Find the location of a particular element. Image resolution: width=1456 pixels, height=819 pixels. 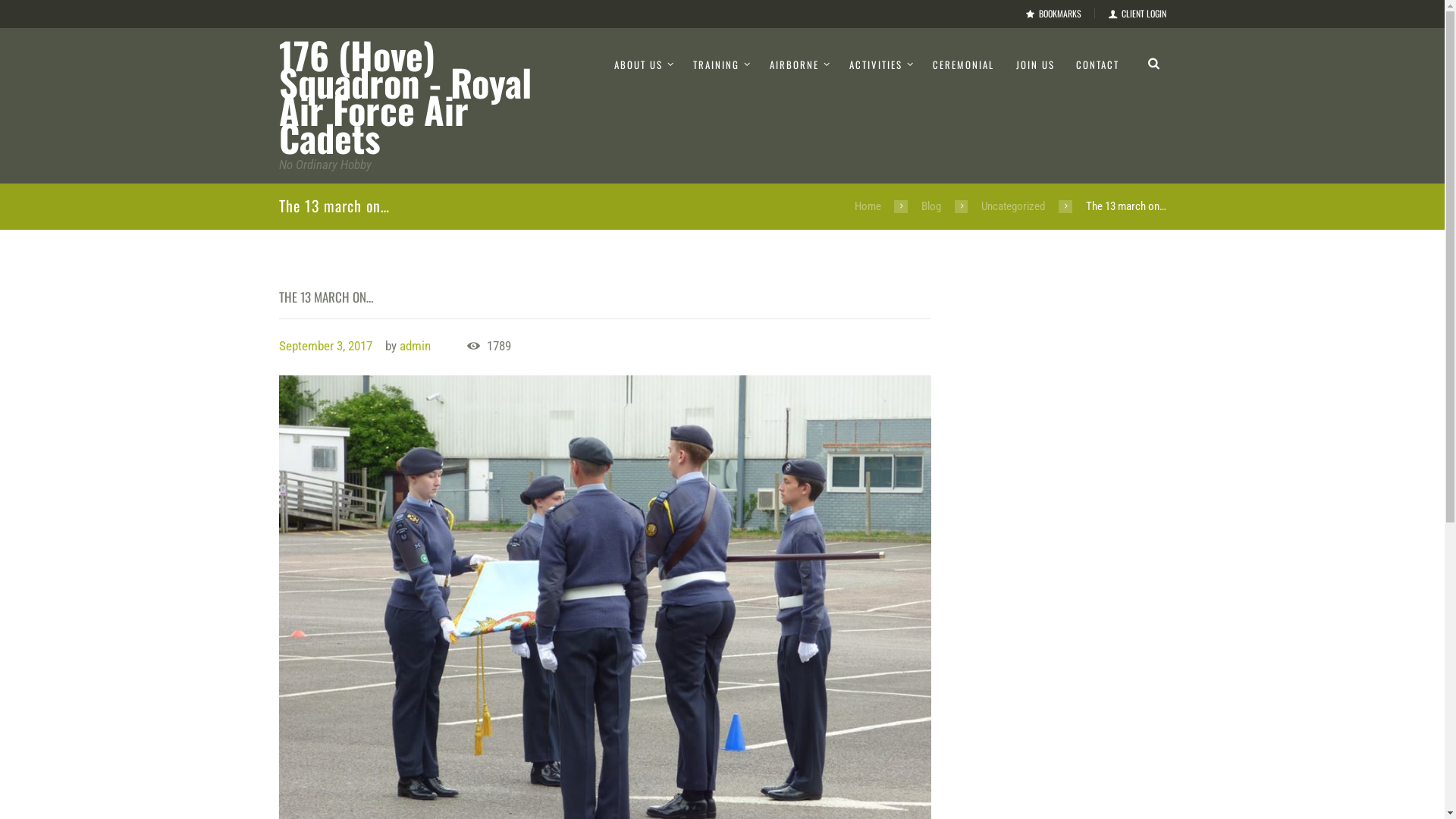

'ACTIVITIES' is located at coordinates (880, 64).